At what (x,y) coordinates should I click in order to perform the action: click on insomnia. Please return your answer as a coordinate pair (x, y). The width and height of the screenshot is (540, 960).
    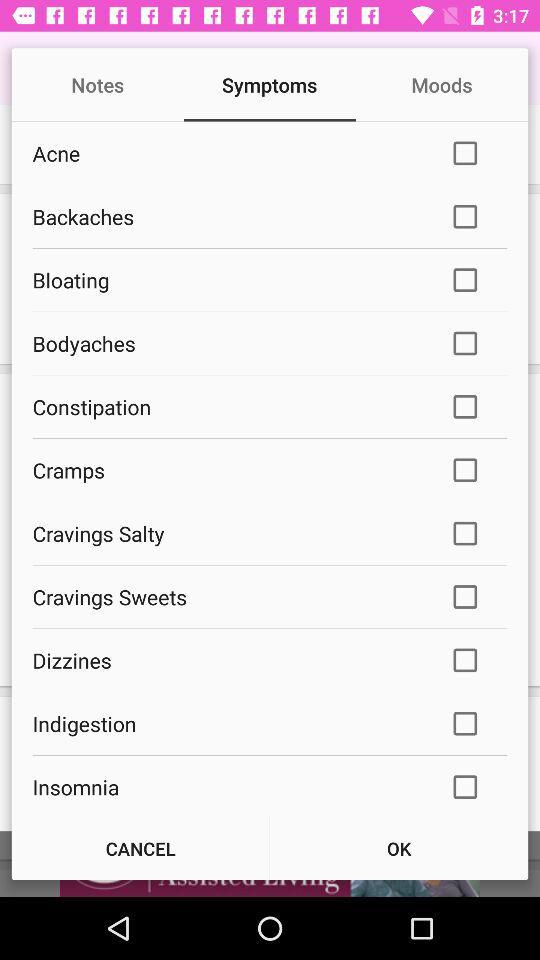
    Looking at the image, I should click on (226, 787).